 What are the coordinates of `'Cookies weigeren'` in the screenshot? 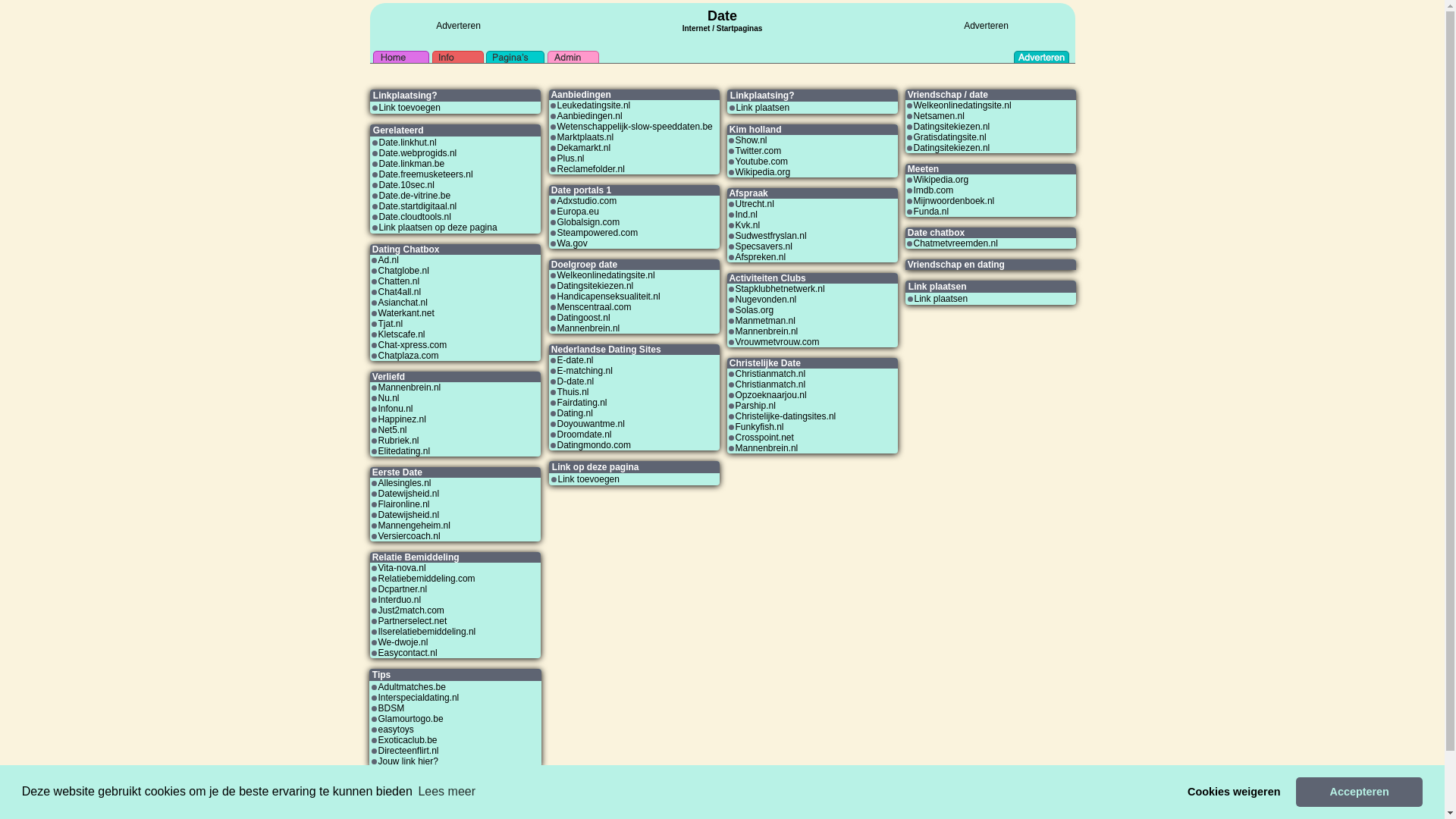 It's located at (1177, 791).